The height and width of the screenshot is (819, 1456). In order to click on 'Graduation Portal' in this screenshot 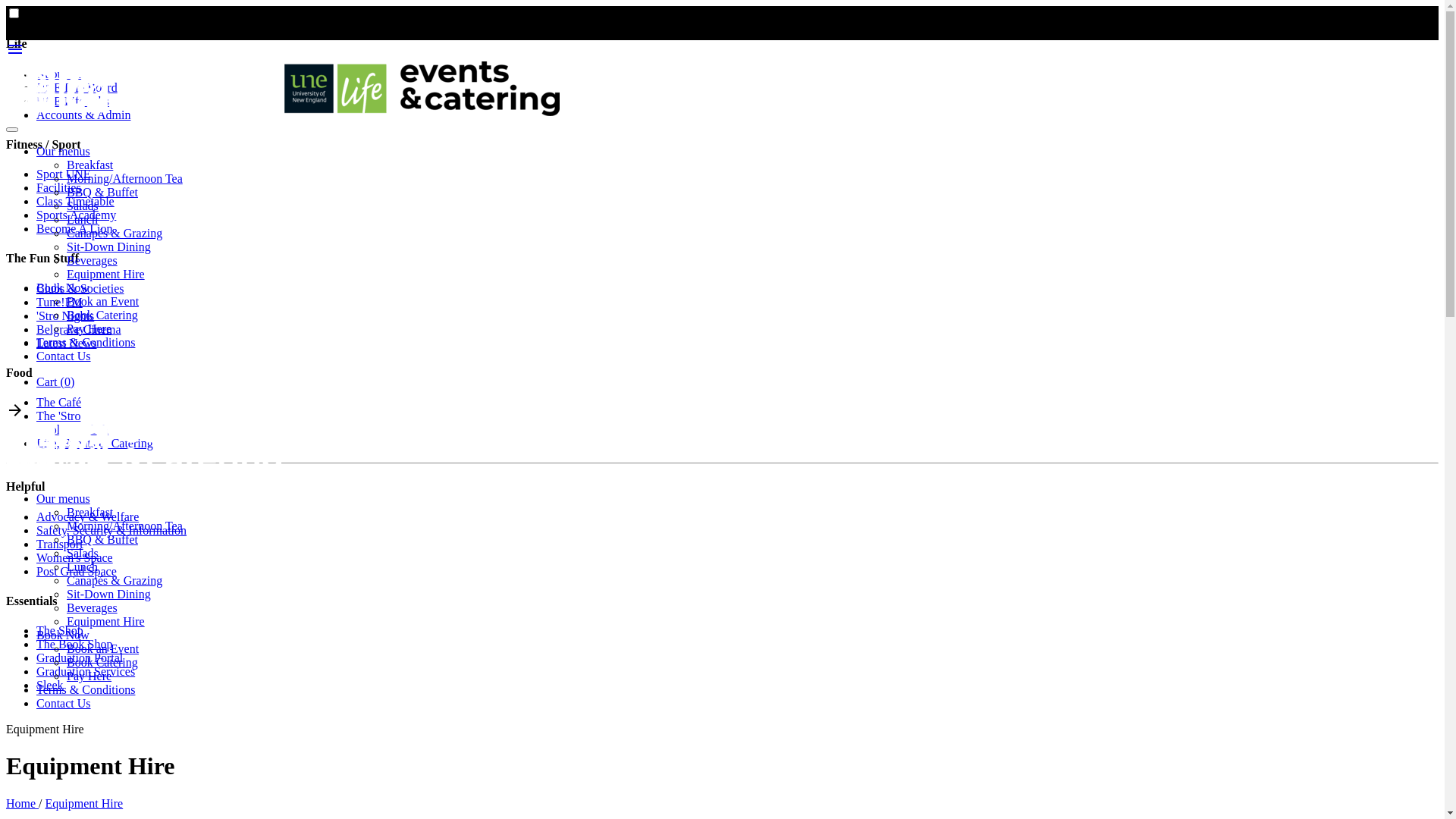, I will do `click(79, 657)`.